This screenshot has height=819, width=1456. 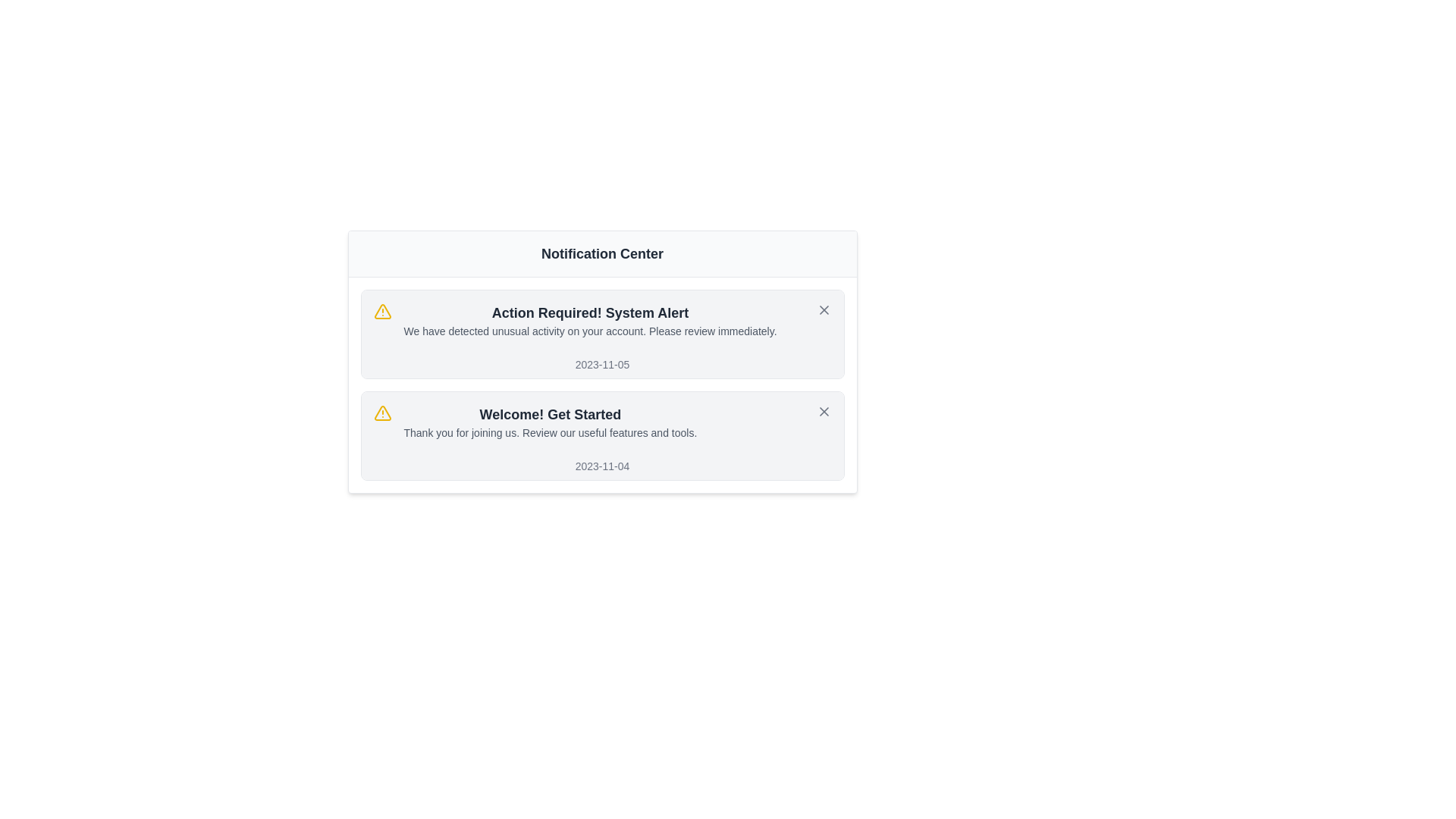 I want to click on text from the header that indicates the section contains notifications, located at the top of the white card, so click(x=601, y=253).